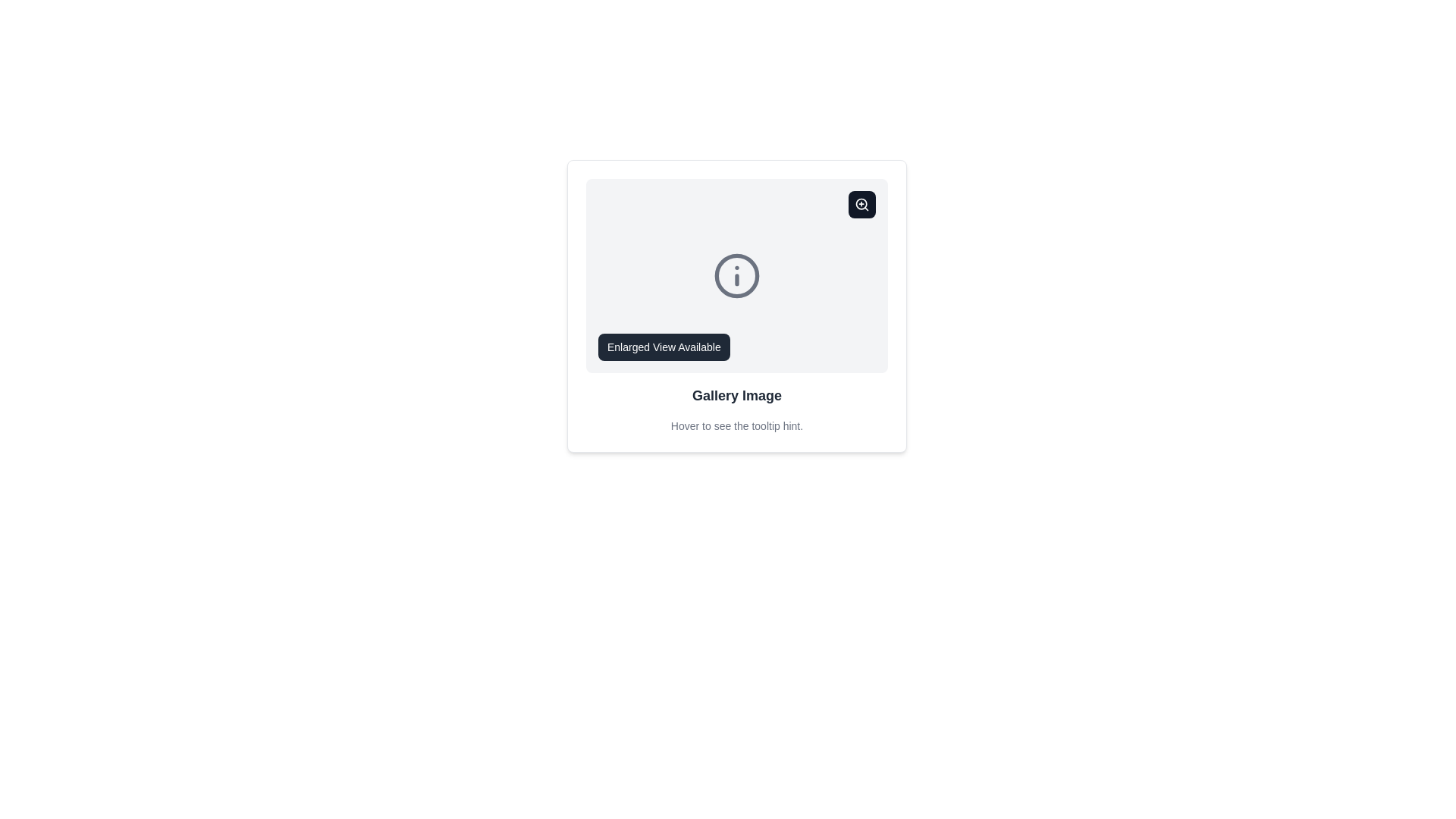  Describe the element at coordinates (736, 394) in the screenshot. I see `the Text Label that serves as a title for the section, located centrally below an informational icon and tooltip hint` at that location.